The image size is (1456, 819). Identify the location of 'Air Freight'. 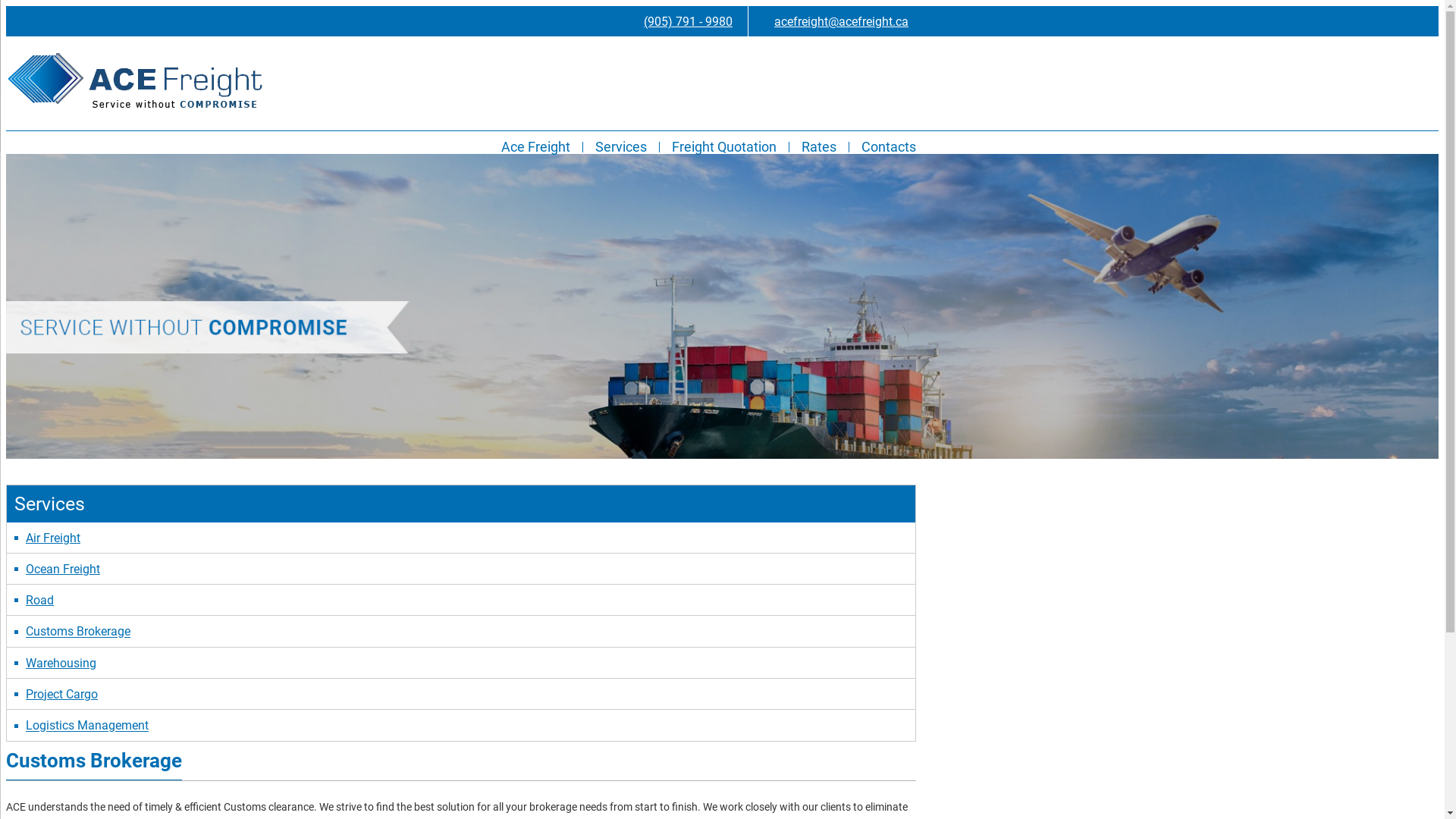
(53, 537).